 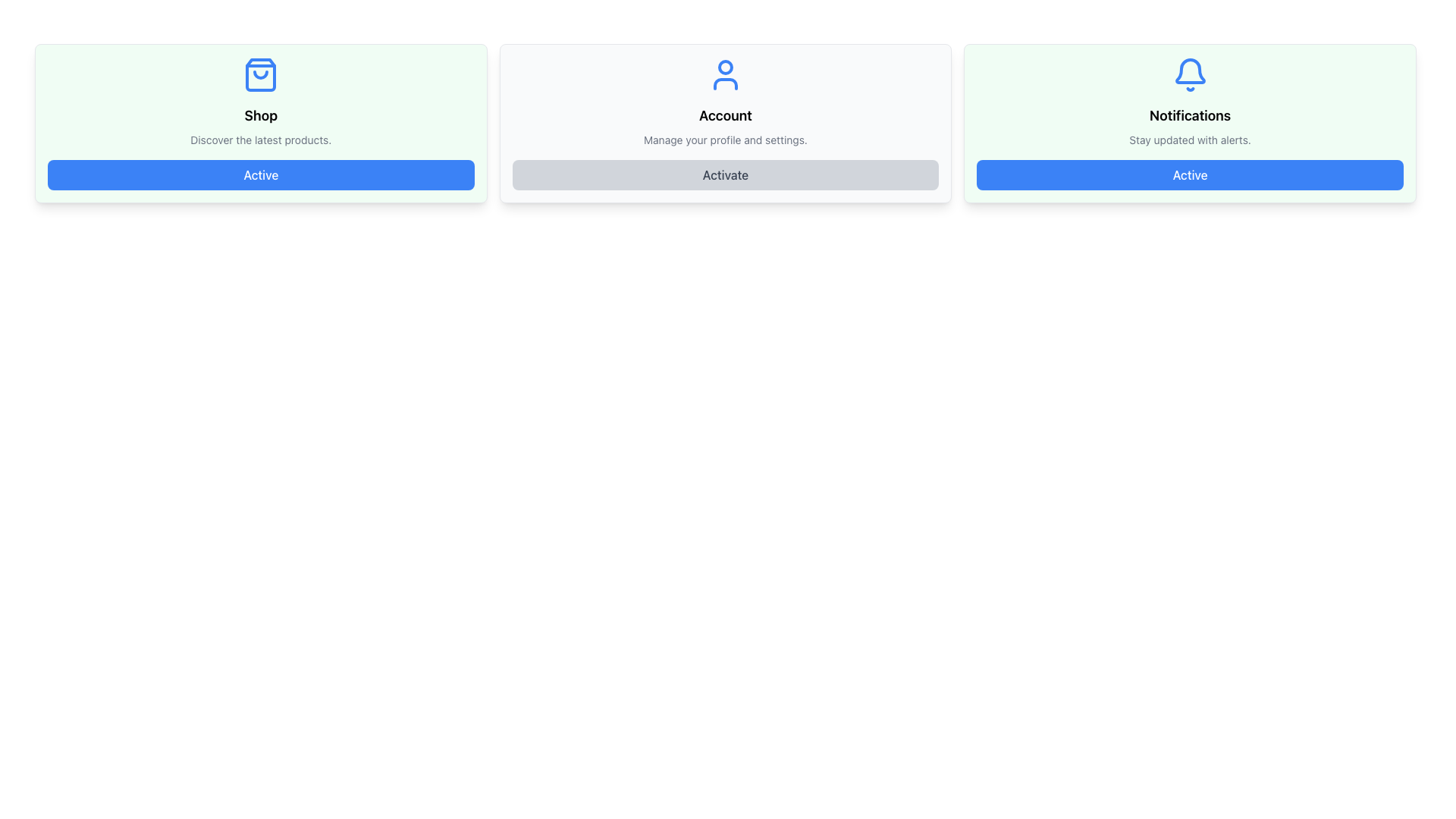 What do you see at coordinates (261, 75) in the screenshot?
I see `the 'Shop' icon located at the top-left section of the 'Shop' card, which is the first card among three horizontally aligned cards` at bounding box center [261, 75].